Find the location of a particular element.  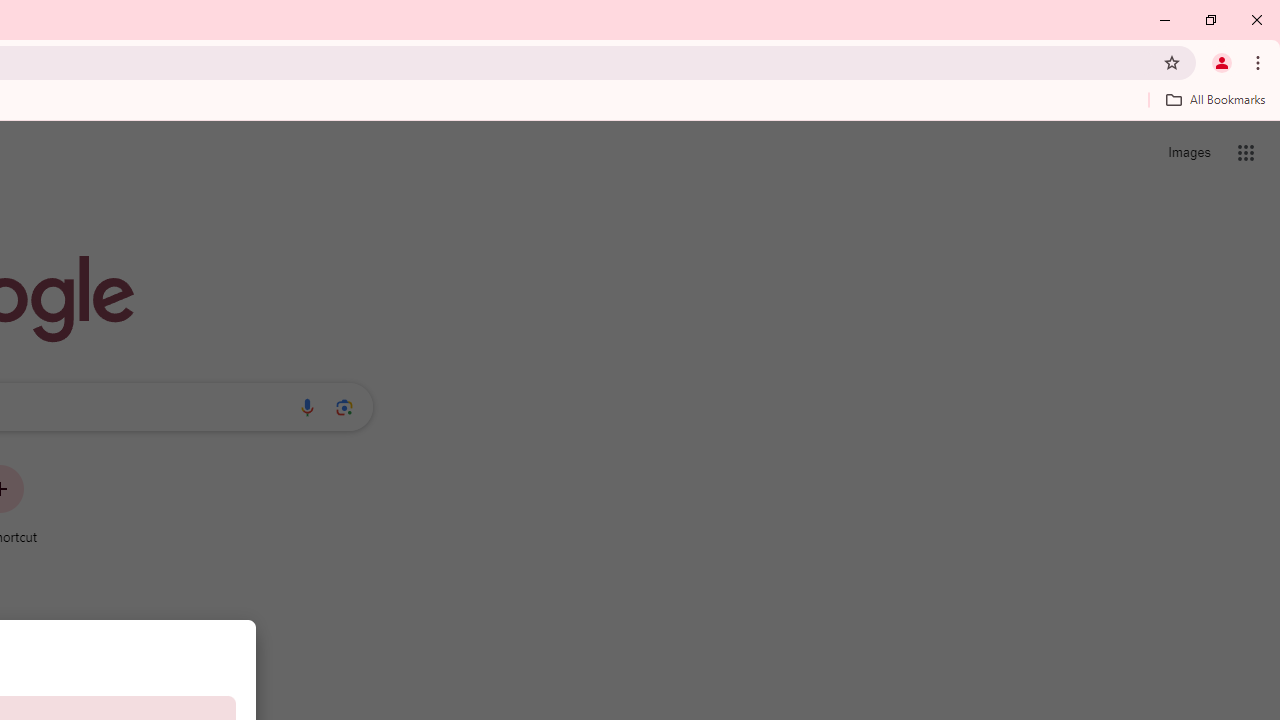

'Close' is located at coordinates (1255, 20).